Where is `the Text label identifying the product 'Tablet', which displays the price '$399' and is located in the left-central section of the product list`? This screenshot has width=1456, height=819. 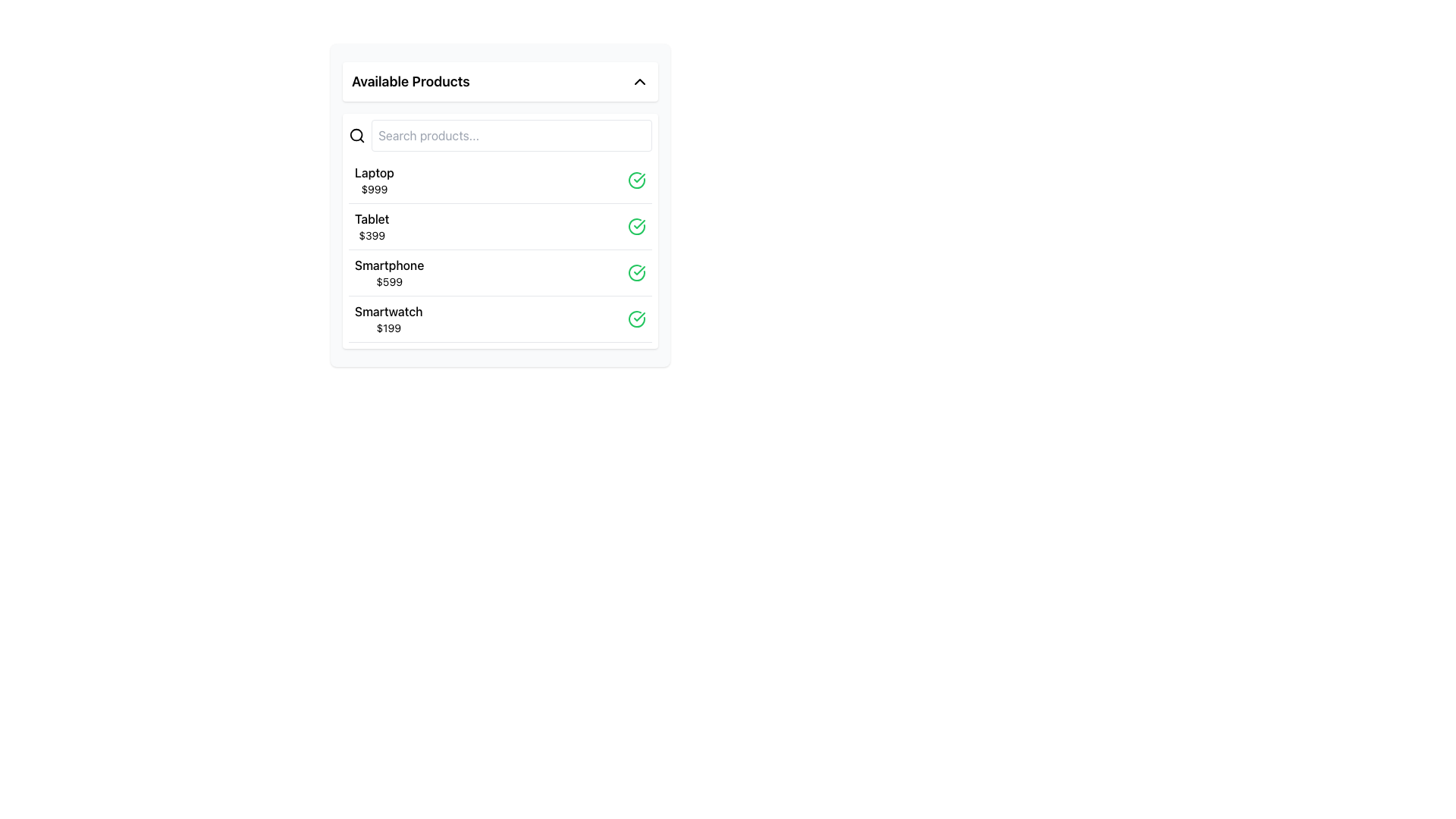 the Text label identifying the product 'Tablet', which displays the price '$399' and is located in the left-central section of the product list is located at coordinates (372, 219).